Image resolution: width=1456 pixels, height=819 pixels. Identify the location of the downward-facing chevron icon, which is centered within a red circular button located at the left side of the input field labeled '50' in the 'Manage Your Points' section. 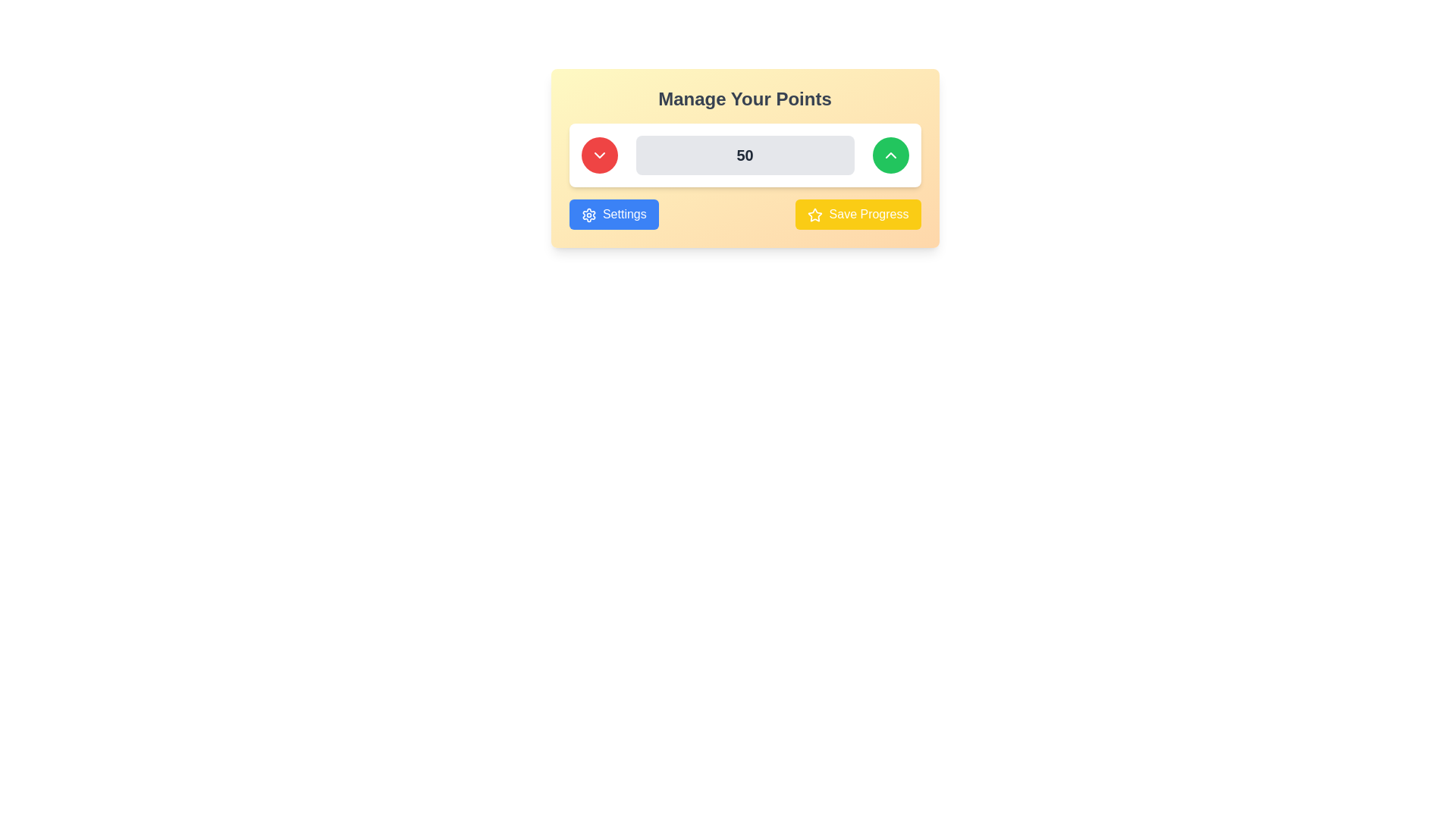
(598, 155).